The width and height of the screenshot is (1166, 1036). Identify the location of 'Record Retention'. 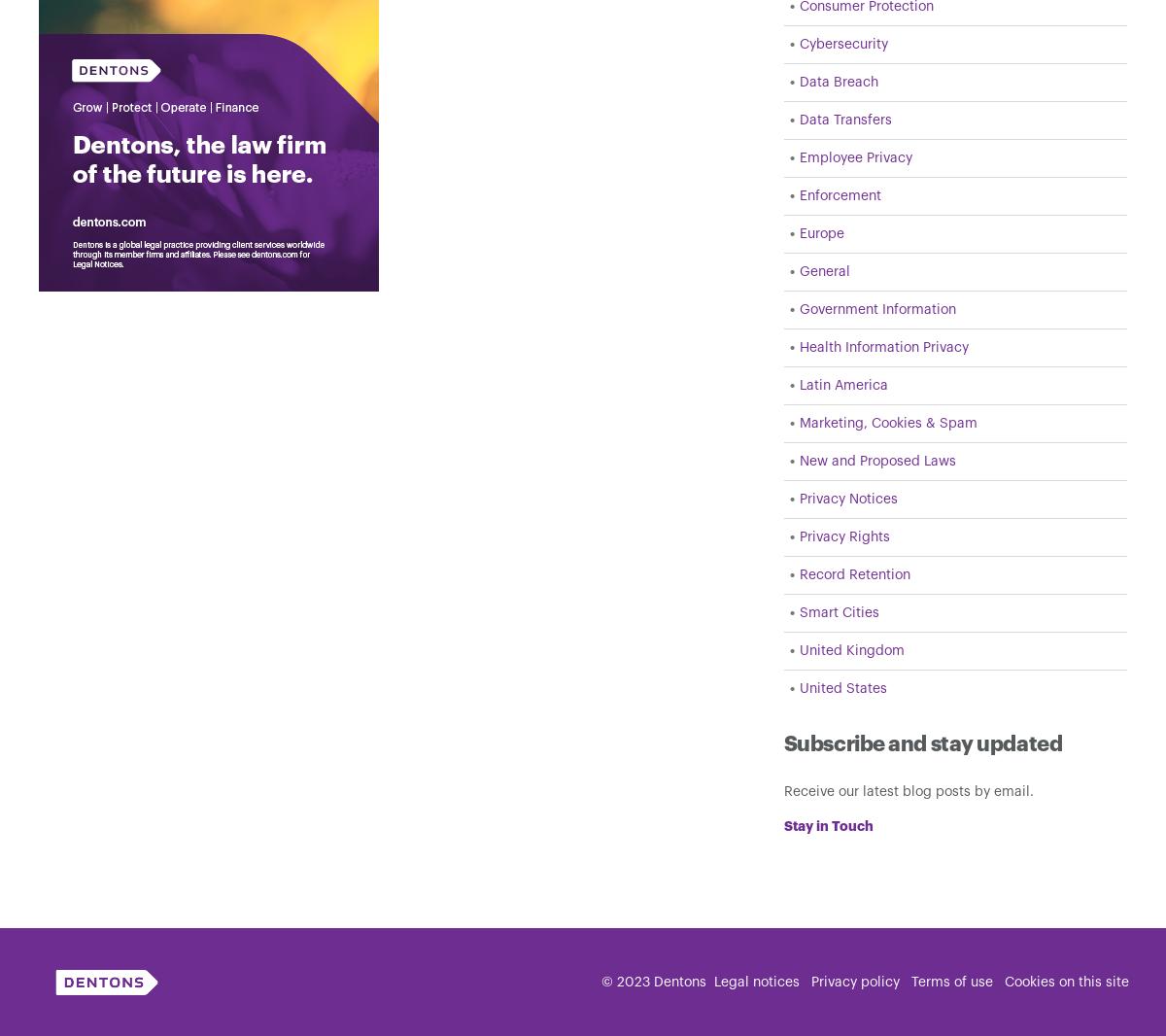
(798, 573).